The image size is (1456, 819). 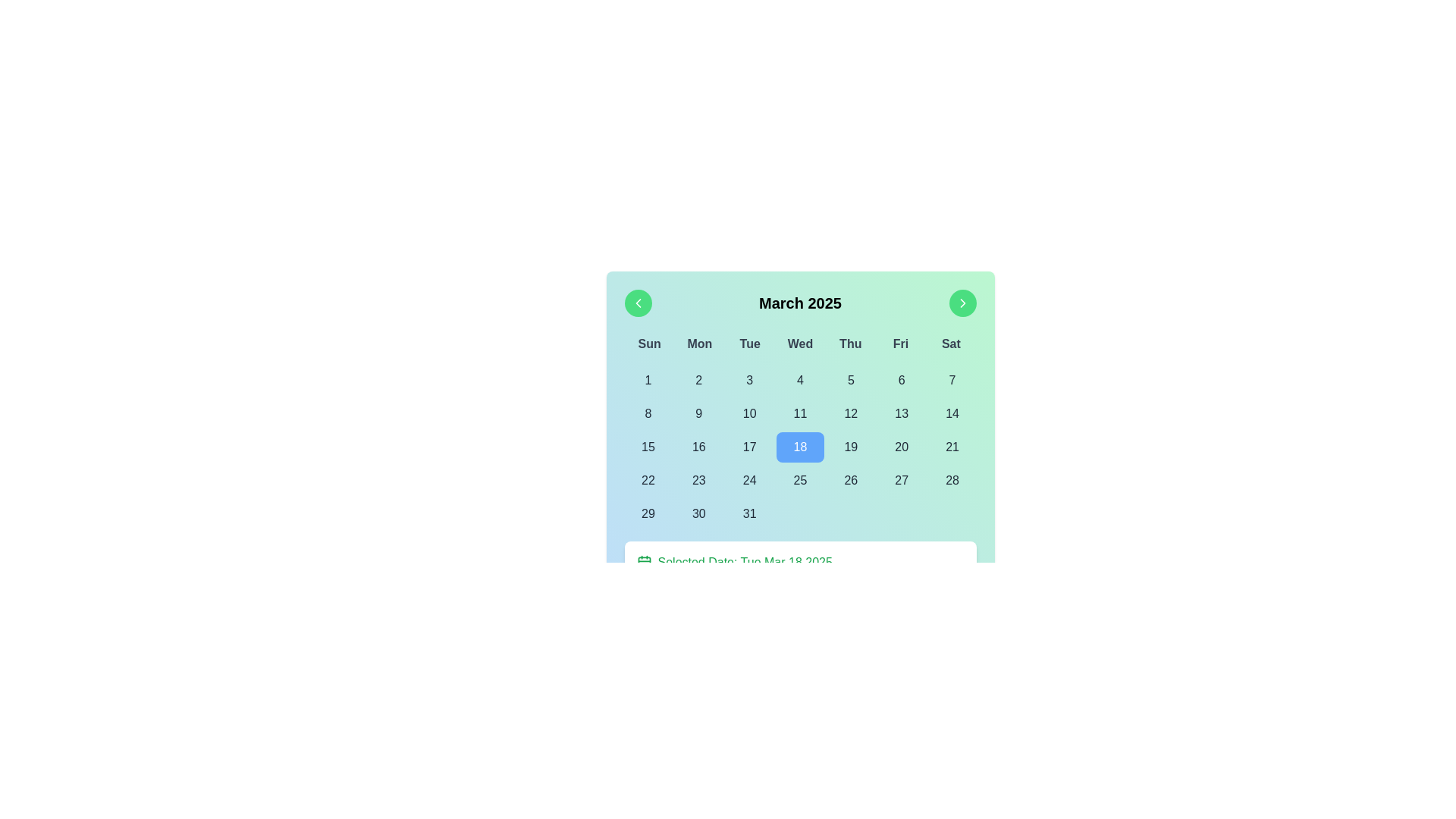 What do you see at coordinates (799, 303) in the screenshot?
I see `the Text Header that displays the current month and year in the calendar, located at the top of the calendar component` at bounding box center [799, 303].